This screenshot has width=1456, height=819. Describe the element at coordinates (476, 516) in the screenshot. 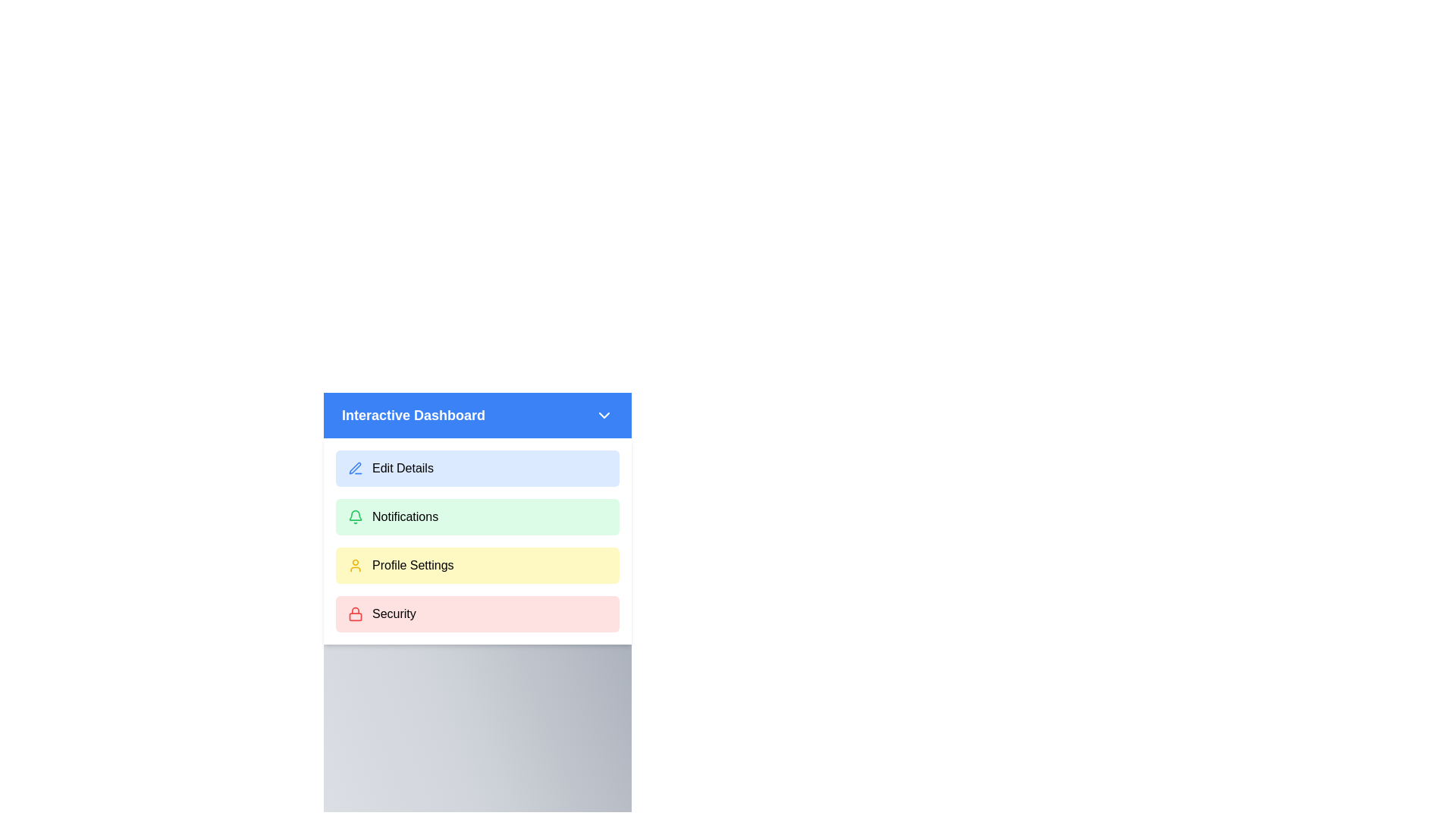

I see `the menu option Notifications from the list` at that location.